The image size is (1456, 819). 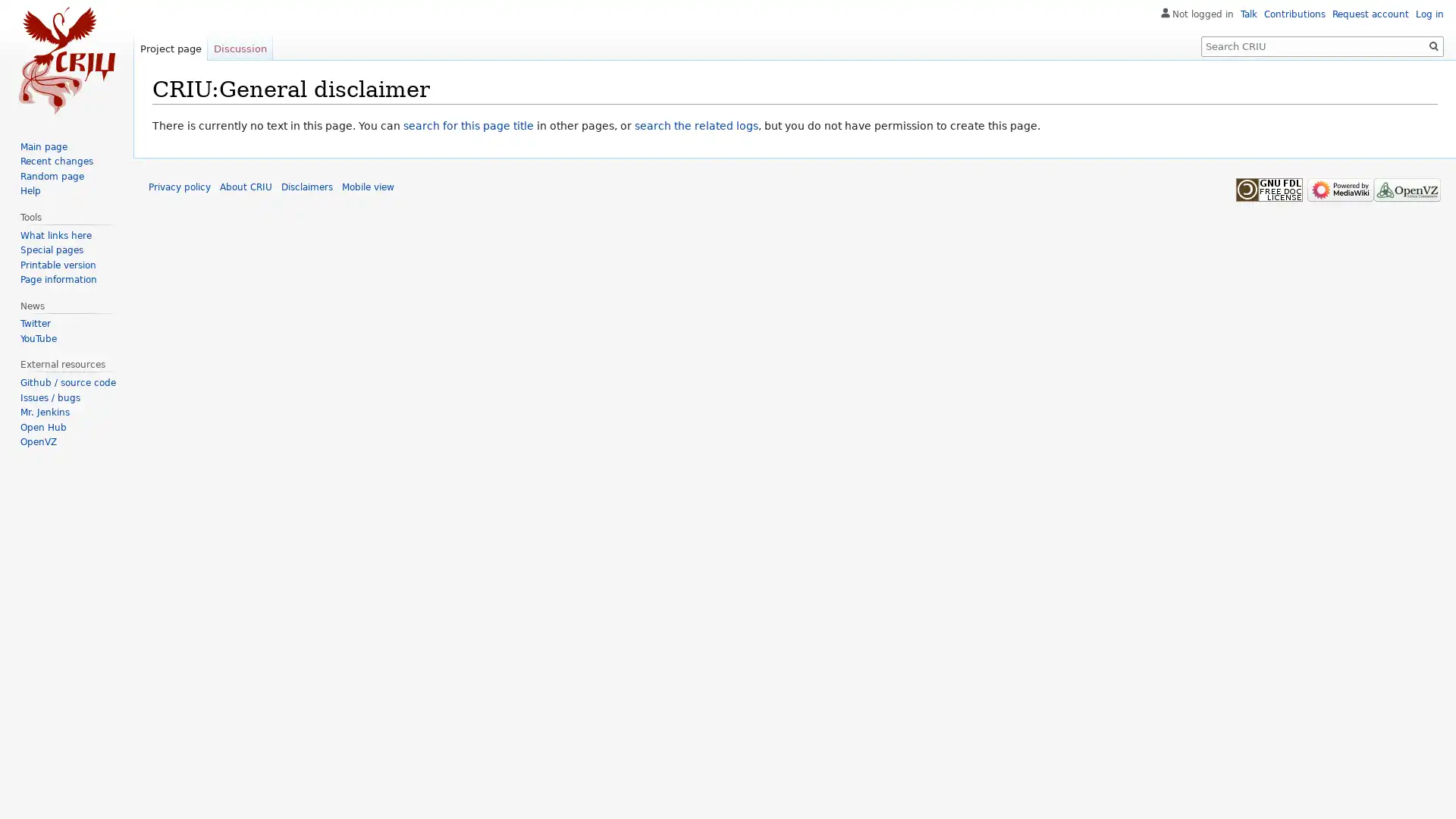 What do you see at coordinates (1433, 45) in the screenshot?
I see `Go` at bounding box center [1433, 45].